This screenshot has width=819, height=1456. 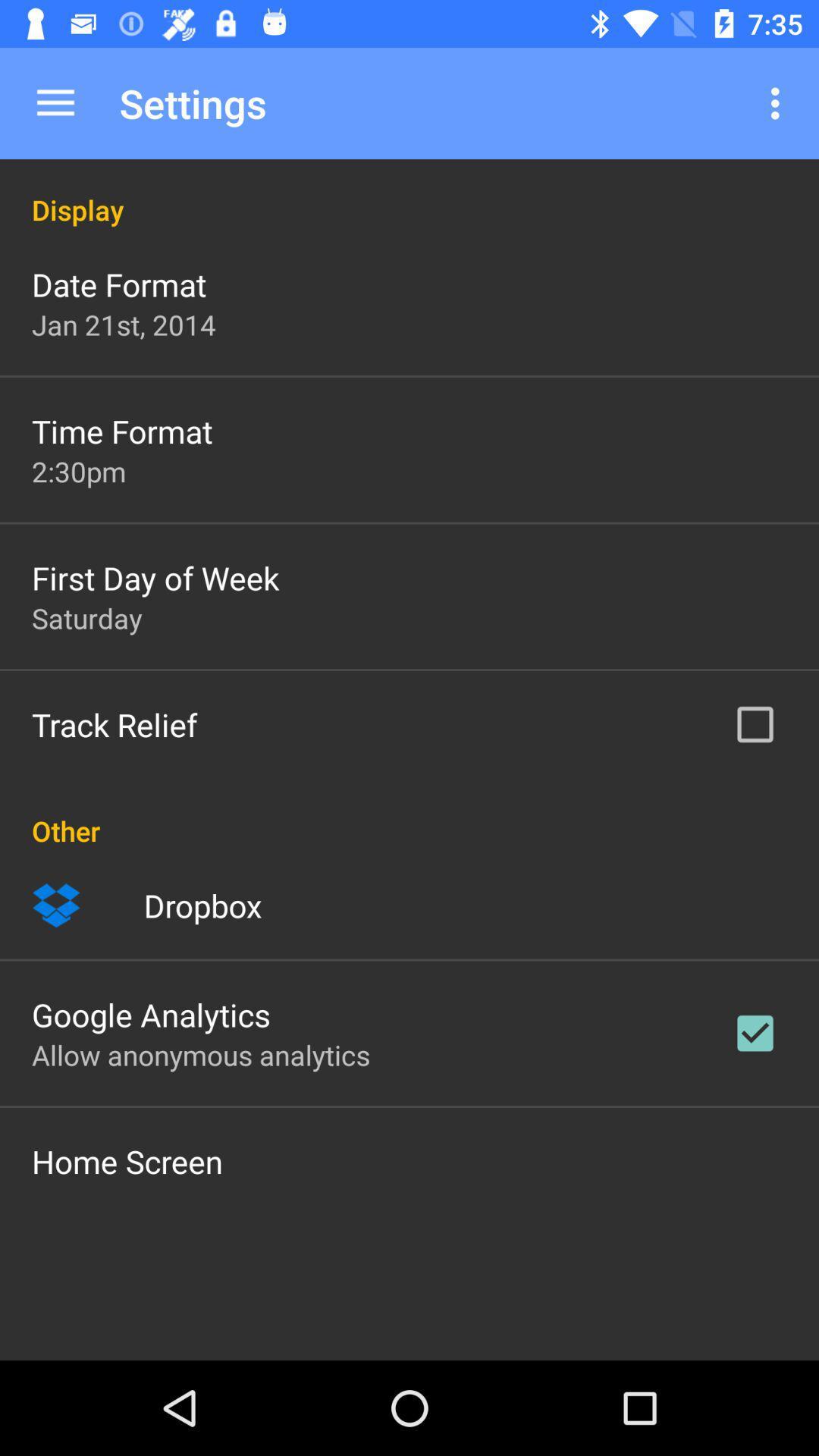 I want to click on app above first day of icon, so click(x=79, y=470).